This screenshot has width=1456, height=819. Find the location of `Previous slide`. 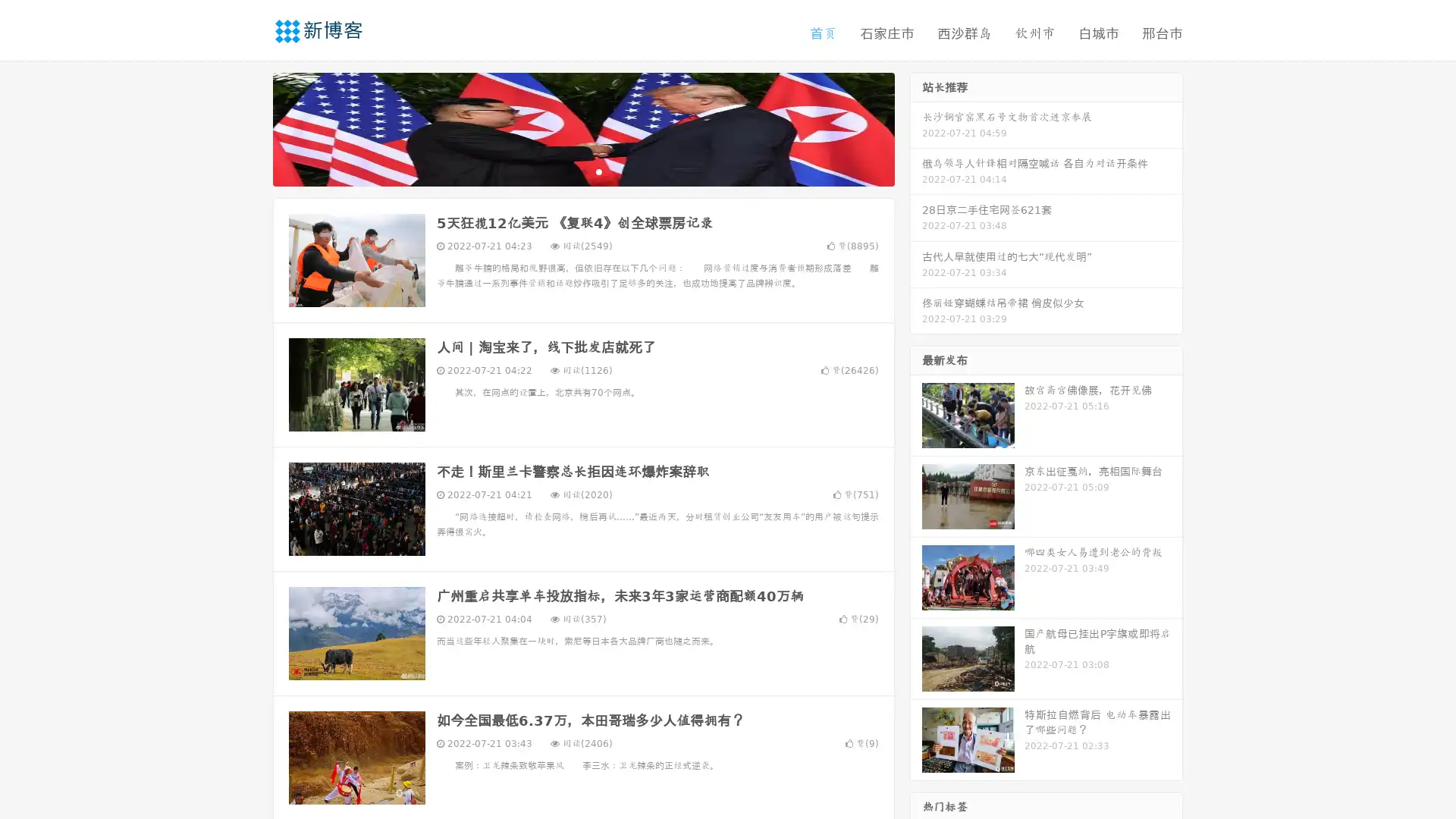

Previous slide is located at coordinates (250, 127).